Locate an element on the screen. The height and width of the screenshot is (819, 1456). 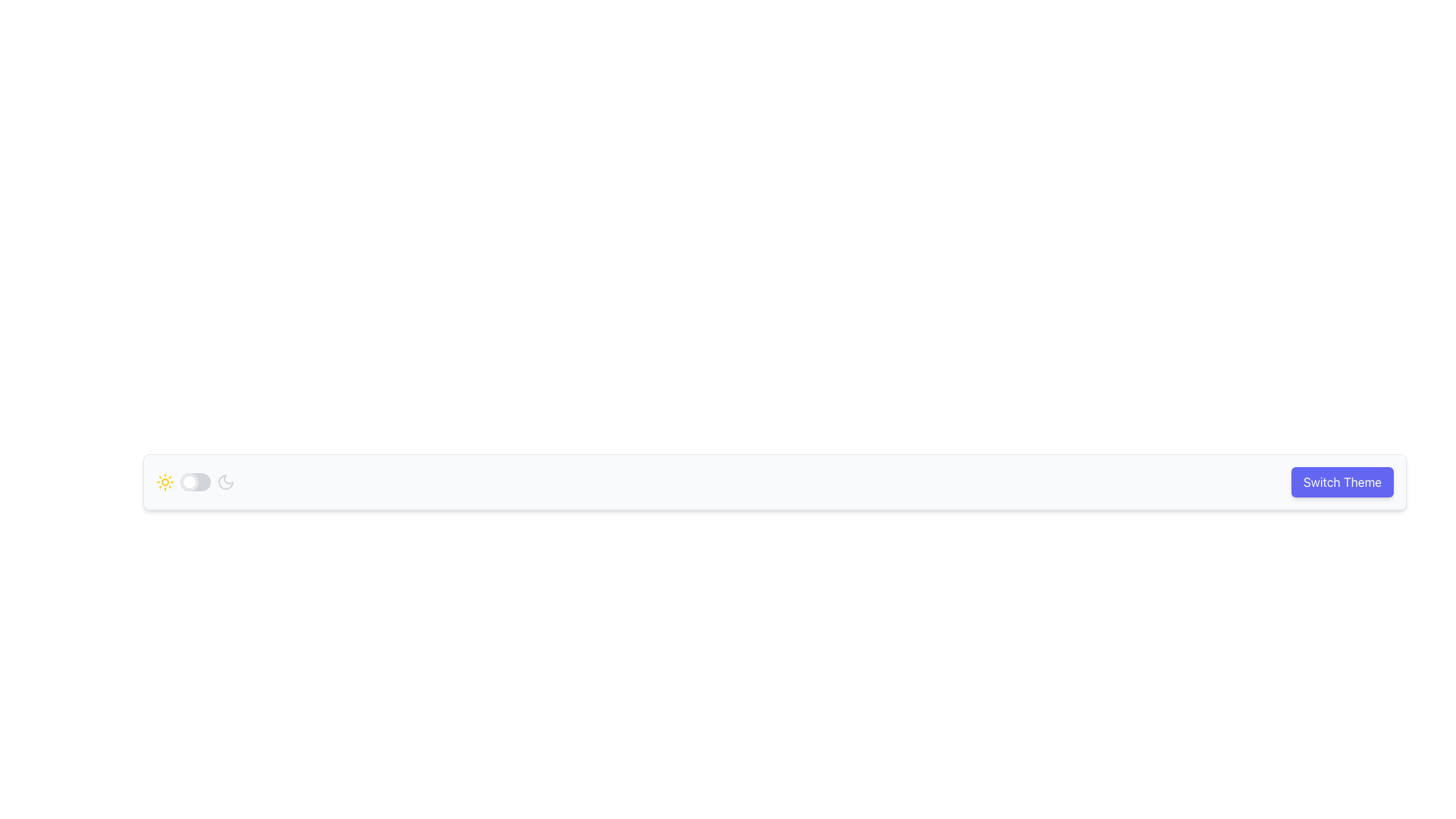
the toggle switch for theme selection located between the sun and moon icons to provide additional visual feedback is located at coordinates (195, 482).